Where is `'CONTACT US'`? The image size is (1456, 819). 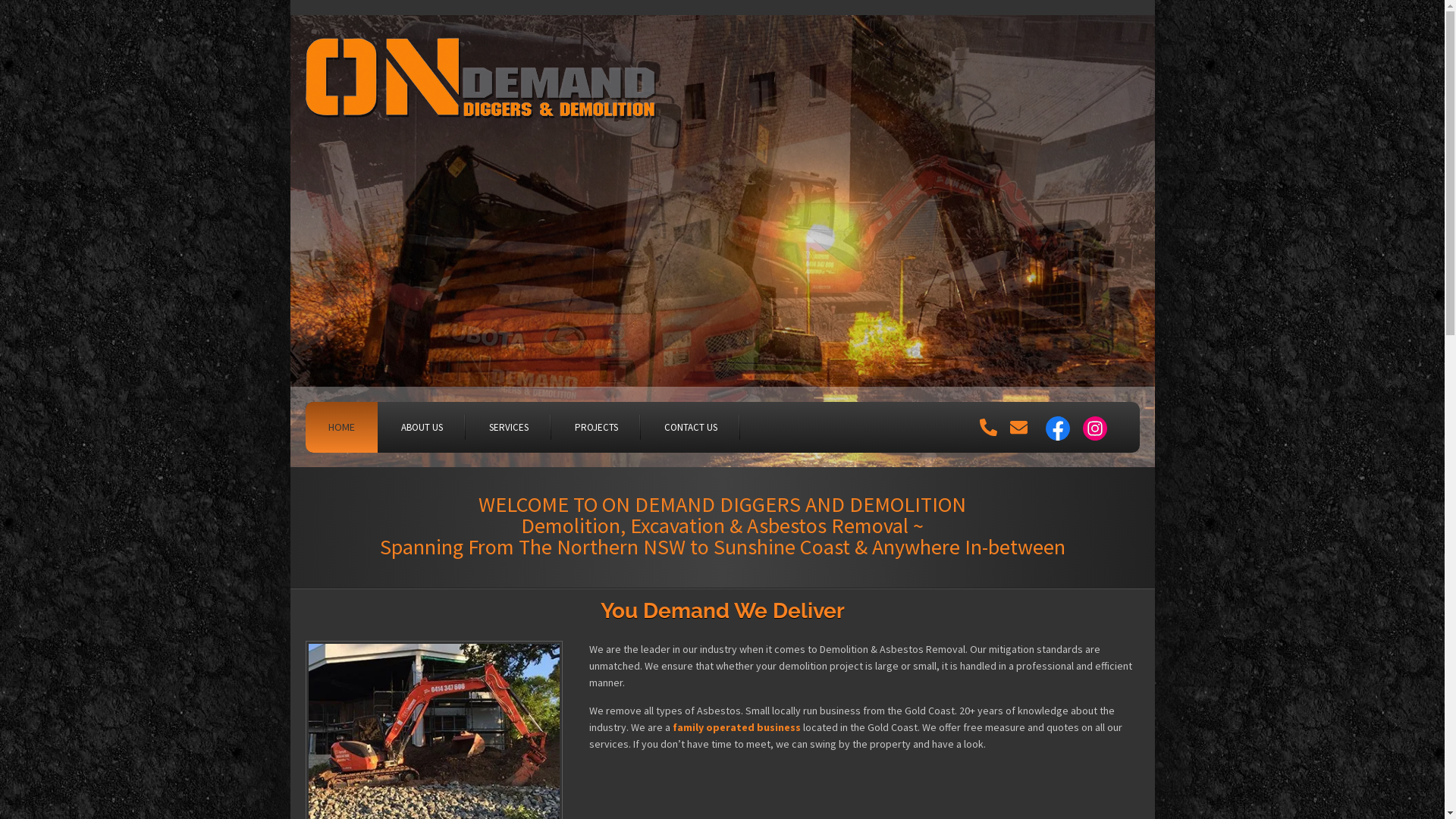
'CONTACT US' is located at coordinates (641, 427).